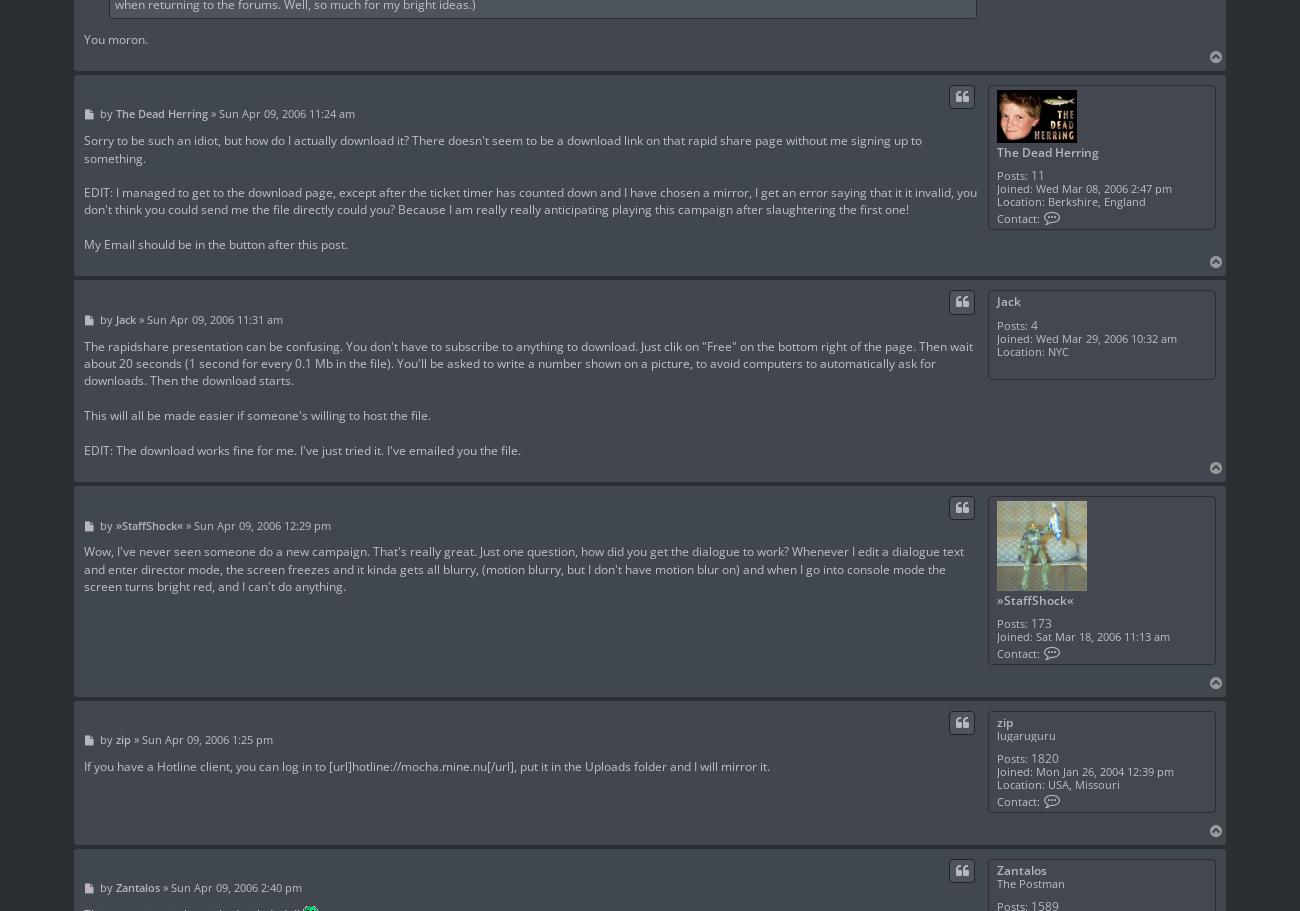 The height and width of the screenshot is (911, 1300). Describe the element at coordinates (256, 414) in the screenshot. I see `'This will all be made easier if someone's willing to host the file.'` at that location.